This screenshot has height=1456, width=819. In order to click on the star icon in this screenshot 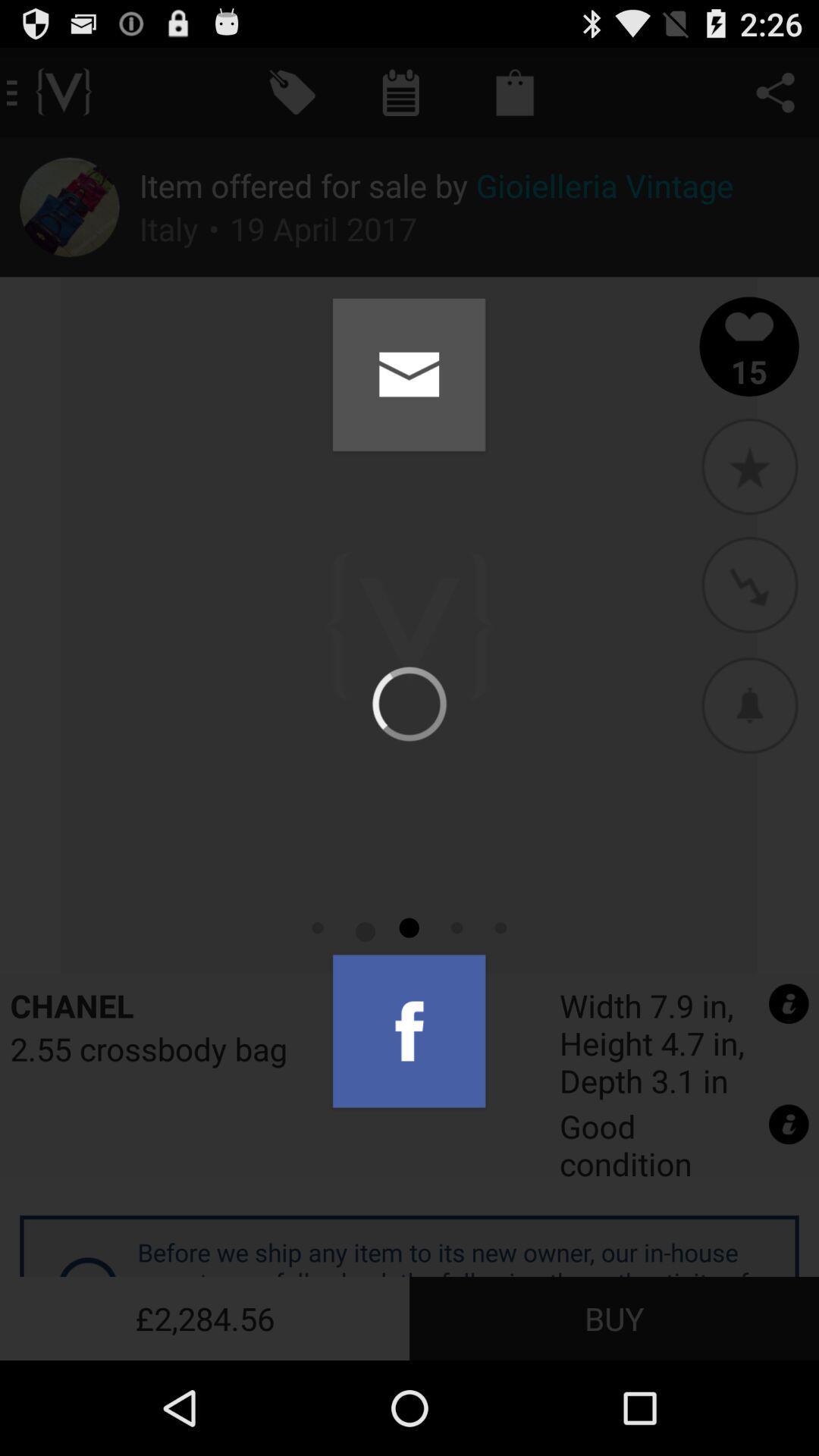, I will do `click(748, 498)`.